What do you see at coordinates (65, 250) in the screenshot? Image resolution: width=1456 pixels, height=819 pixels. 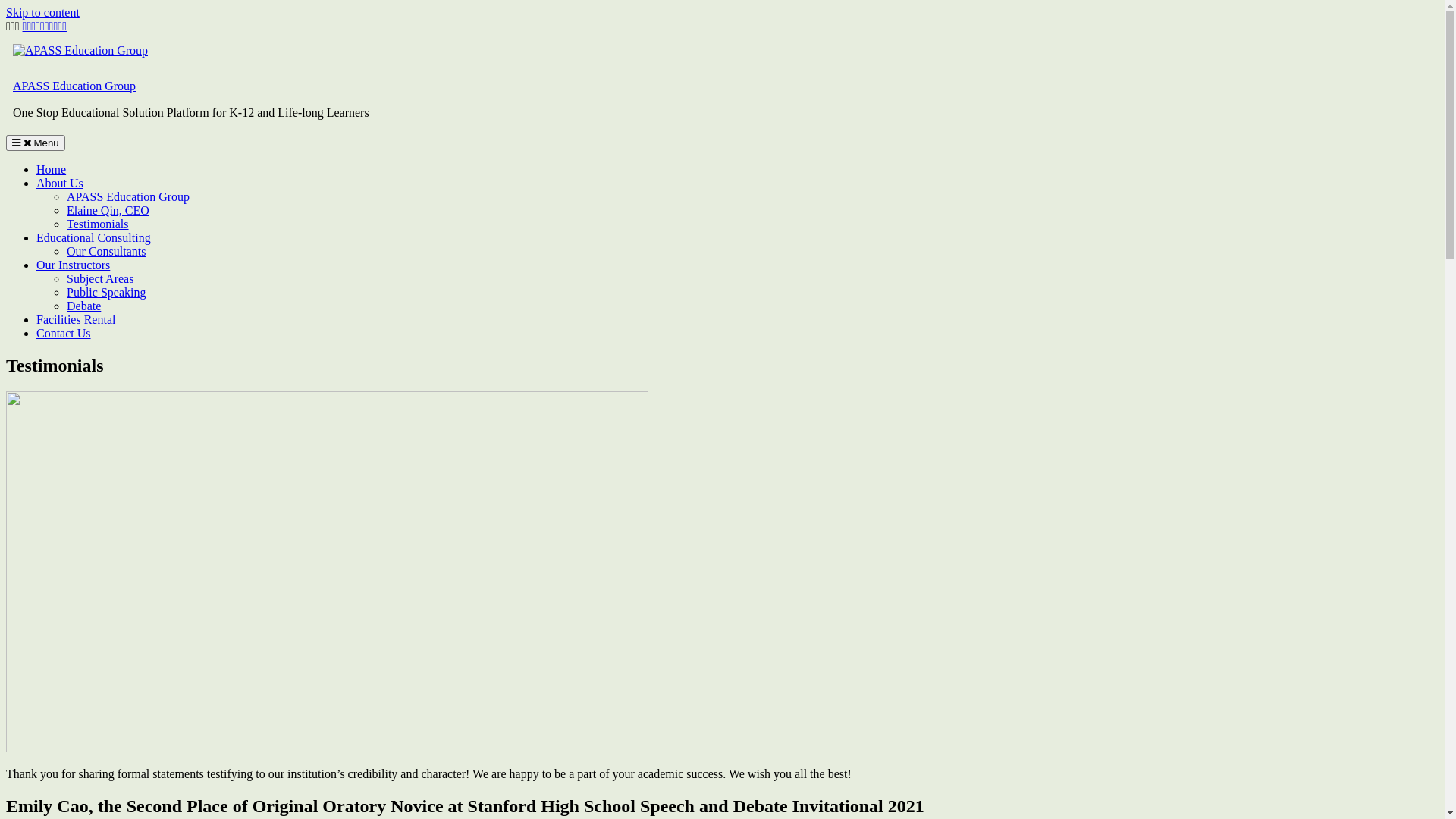 I see `'Our Consultants'` at bounding box center [65, 250].